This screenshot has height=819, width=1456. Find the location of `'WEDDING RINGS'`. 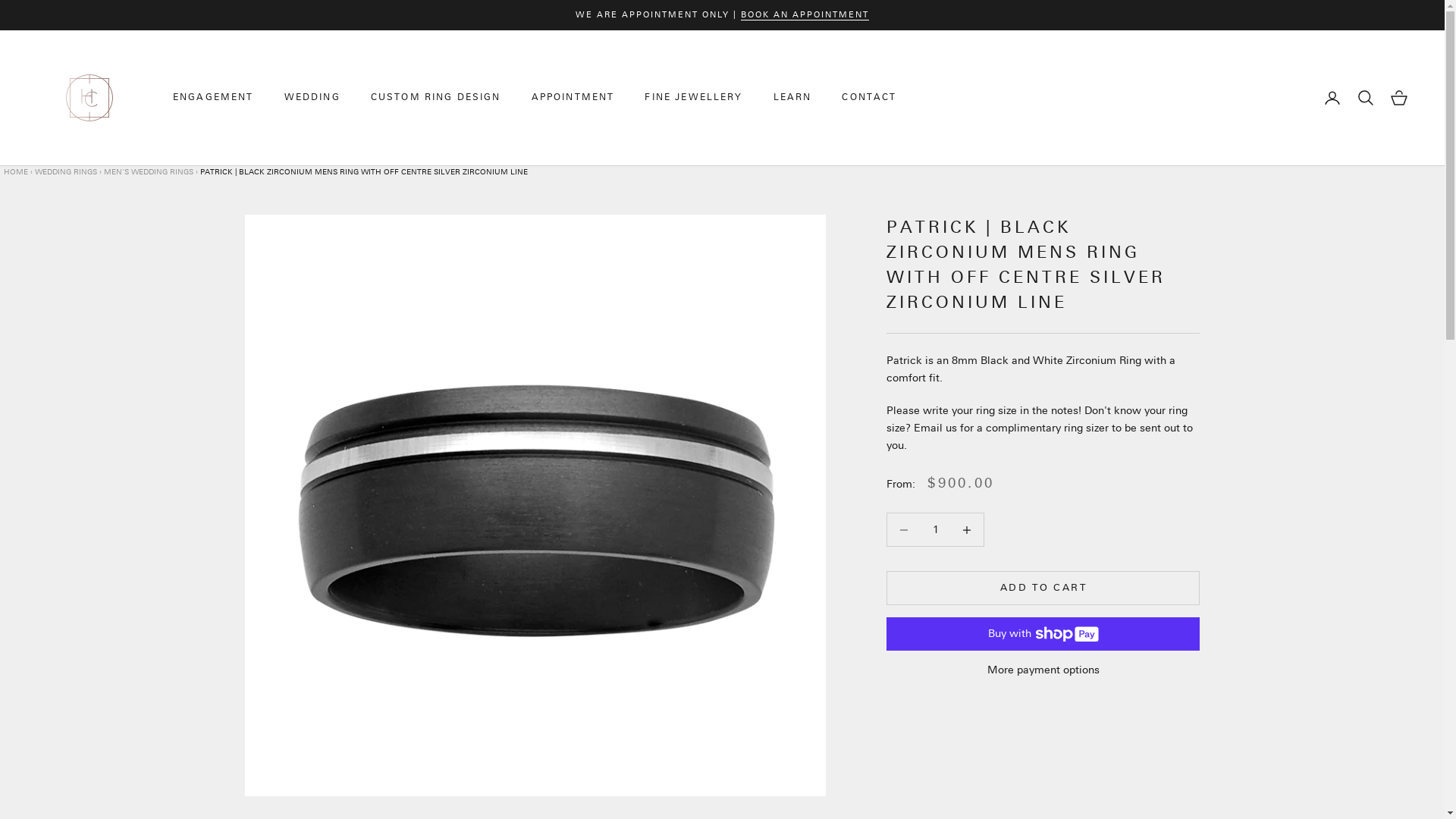

'WEDDING RINGS' is located at coordinates (64, 171).